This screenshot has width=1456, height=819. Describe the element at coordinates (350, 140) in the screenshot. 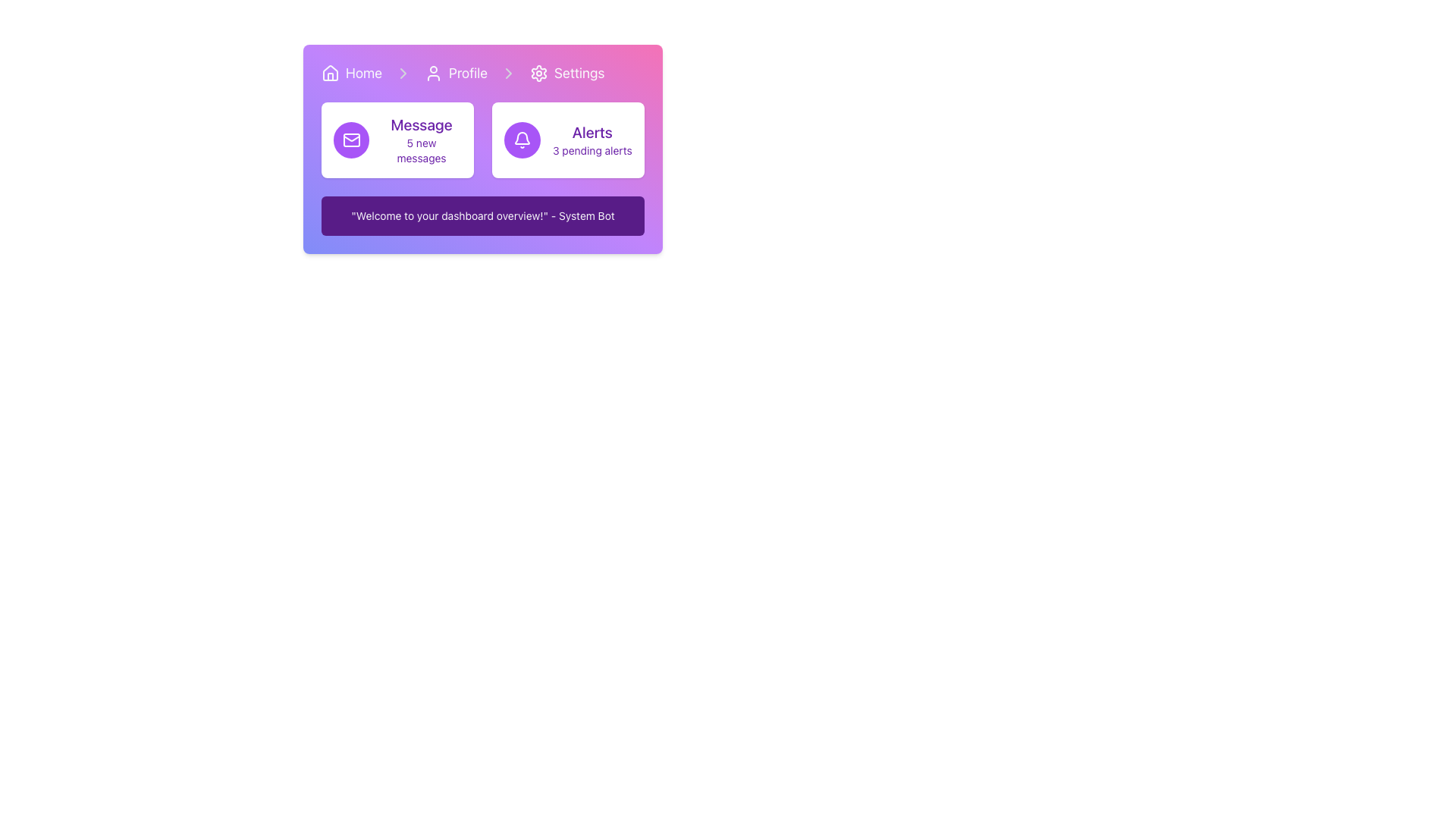

I see `the email icon located on the left-hand side of the dashboard panel, above the text 'Message 5 new messages'` at that location.